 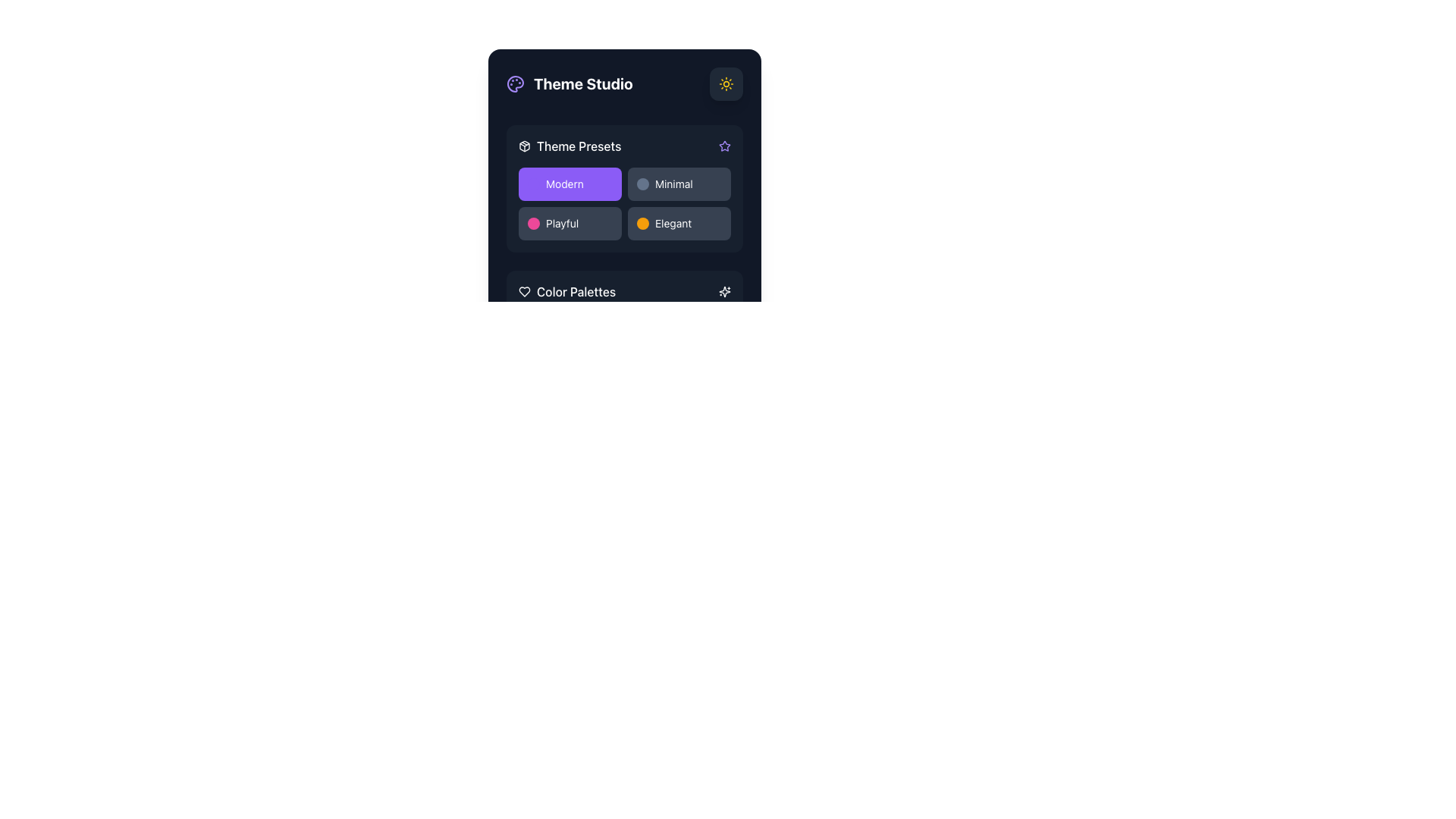 I want to click on the star icon with a violet outline and no fill located at the top-right corner of the Theme Presets section, so click(x=723, y=146).